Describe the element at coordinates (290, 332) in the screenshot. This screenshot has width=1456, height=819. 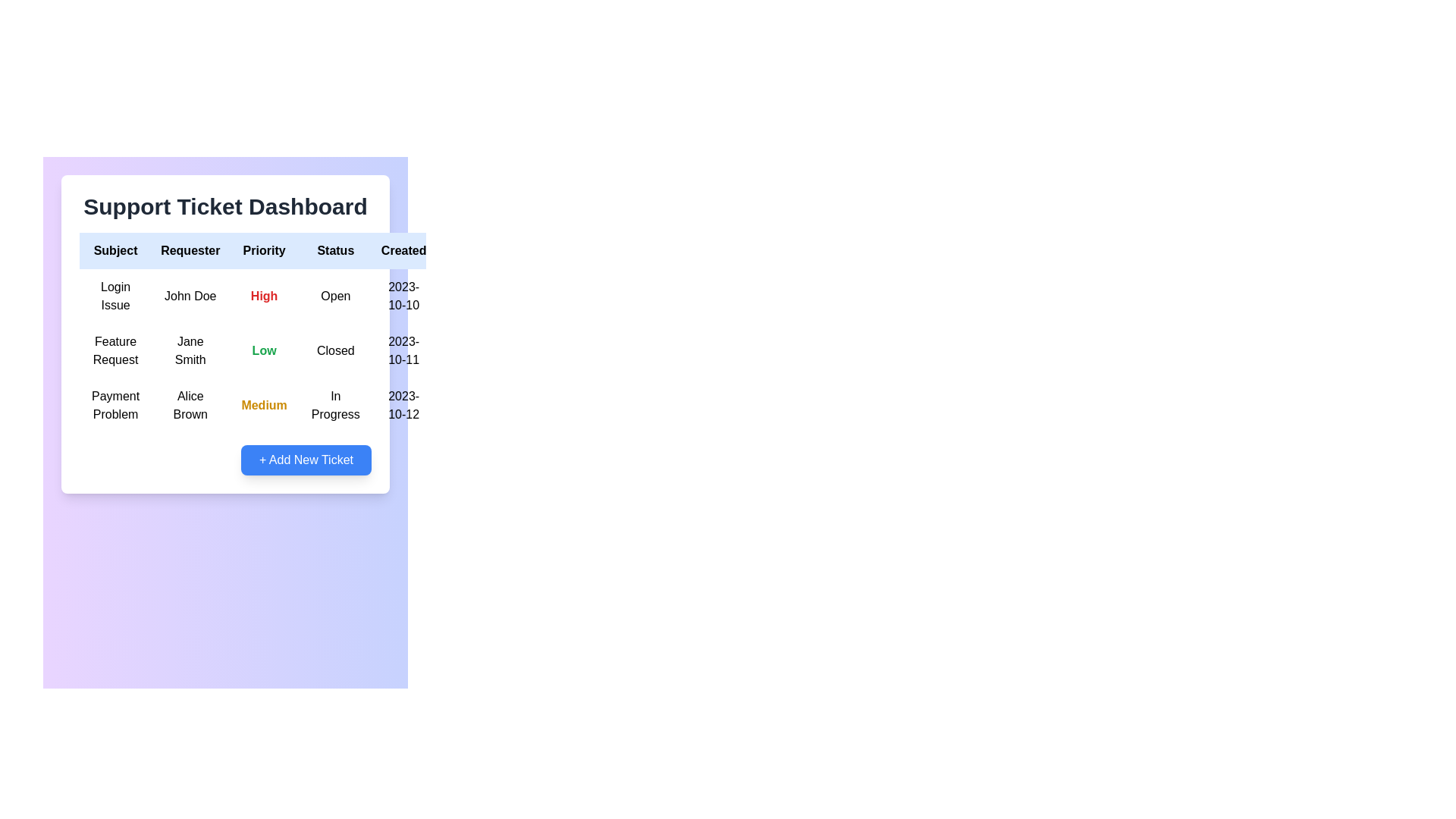
I see `the rows or columns of the Data Table displaying support ticket details in the Support Ticket Dashboard` at that location.